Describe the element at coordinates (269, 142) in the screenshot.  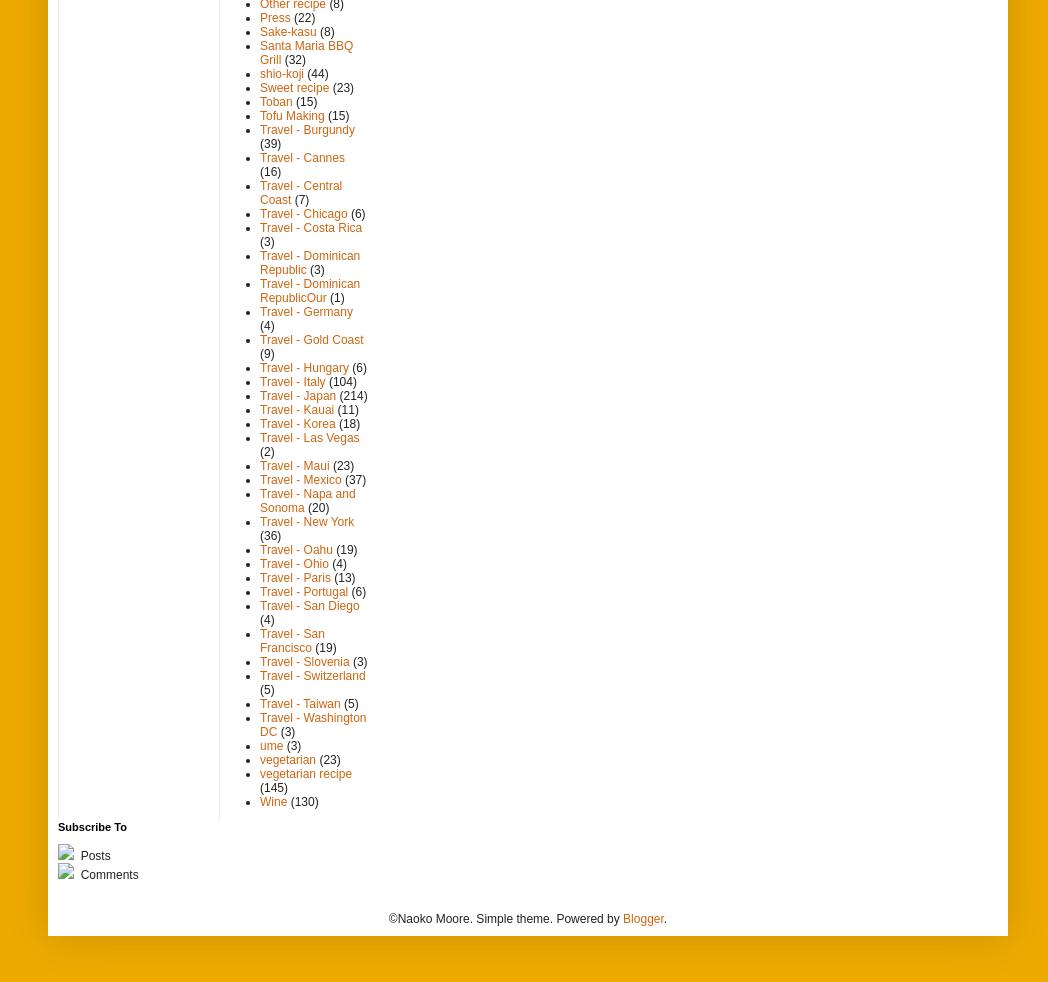
I see `'(39)'` at that location.